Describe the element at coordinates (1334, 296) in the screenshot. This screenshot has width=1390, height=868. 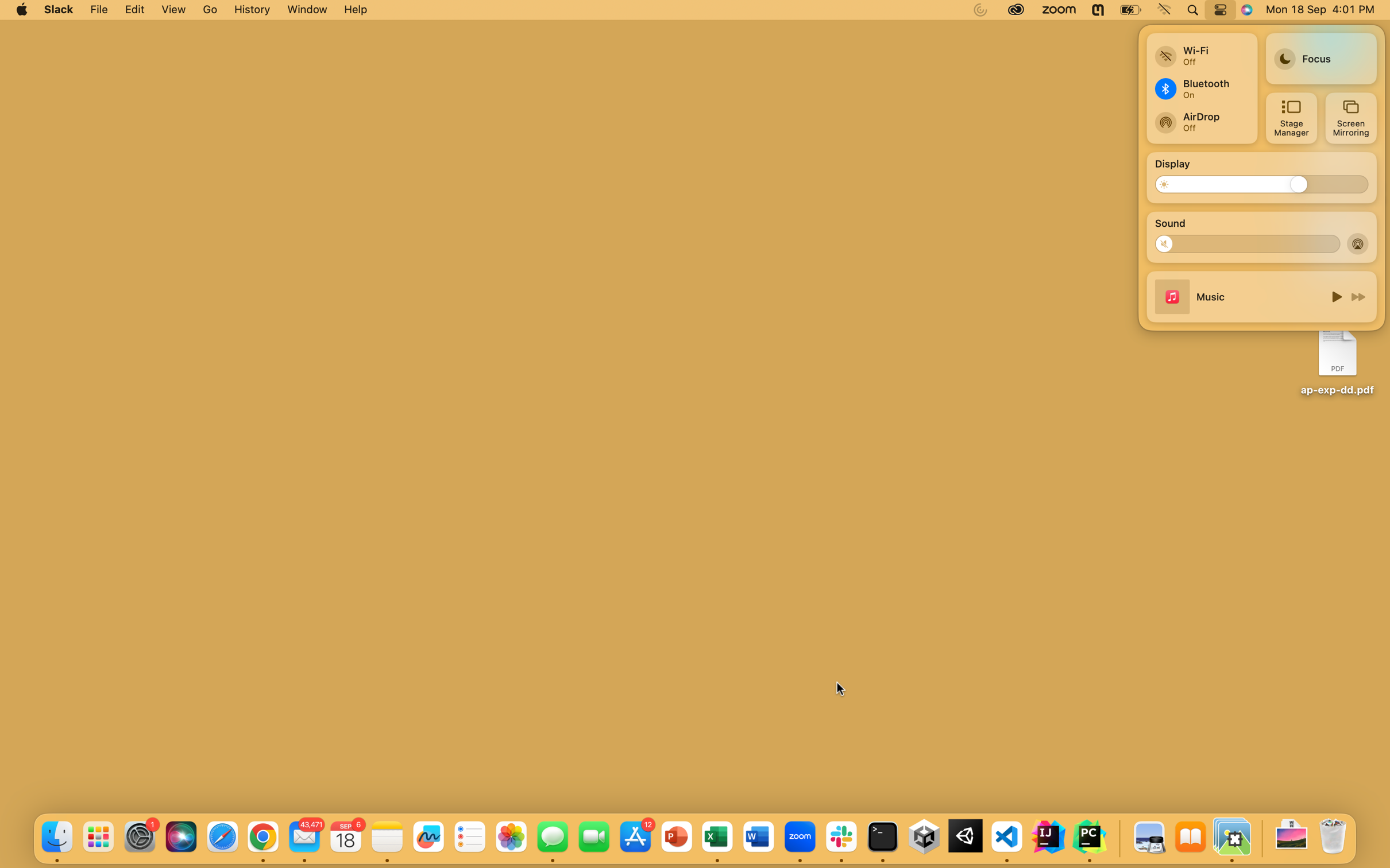
I see `Activate the song on screen and proceed to the next music track` at that location.